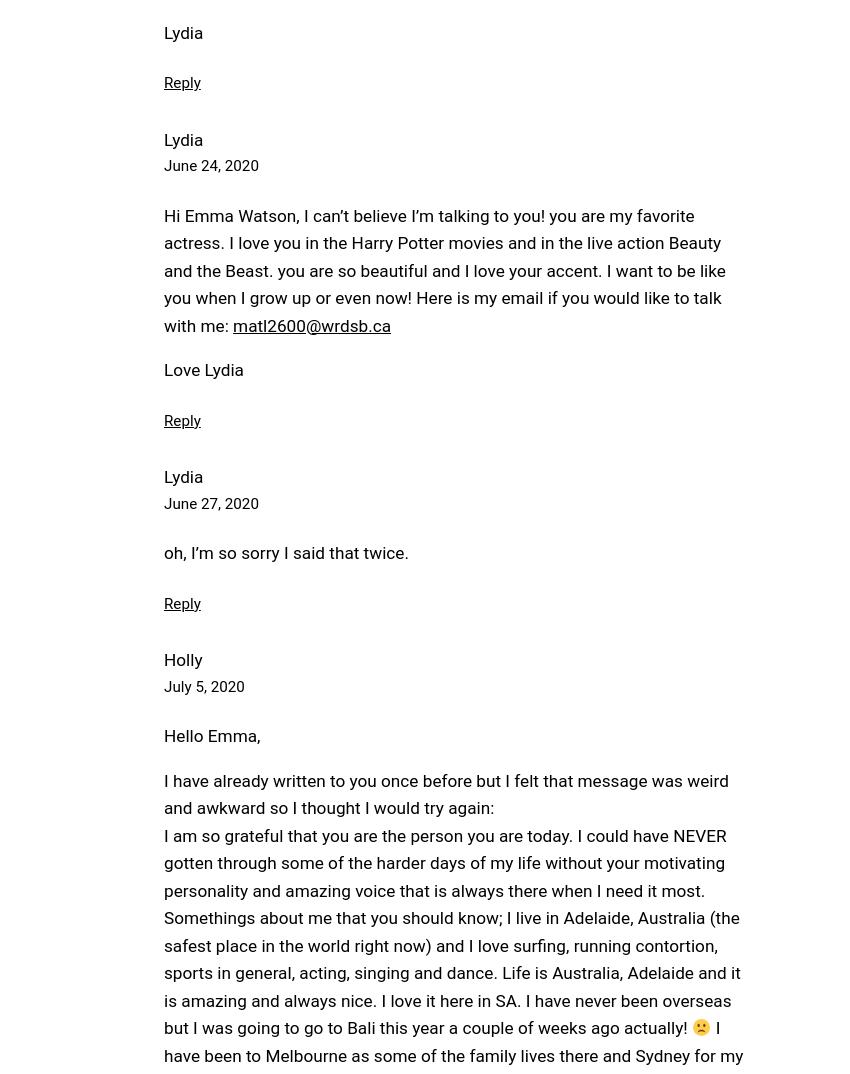 The image size is (850, 1074). Describe the element at coordinates (163, 972) in the screenshot. I see `'Somethings about me that you should know; I live in Adelaide, Australia (the safest place in the world right now) and I love surfing, running contortion, sports in general, acting, singing and dance. Life is Australia, Adelaide and it is amazing and always nice. I love it here in SA. I have never been overseas but I was going to go to Bali this year a couple of weeks ago actually!'` at that location.